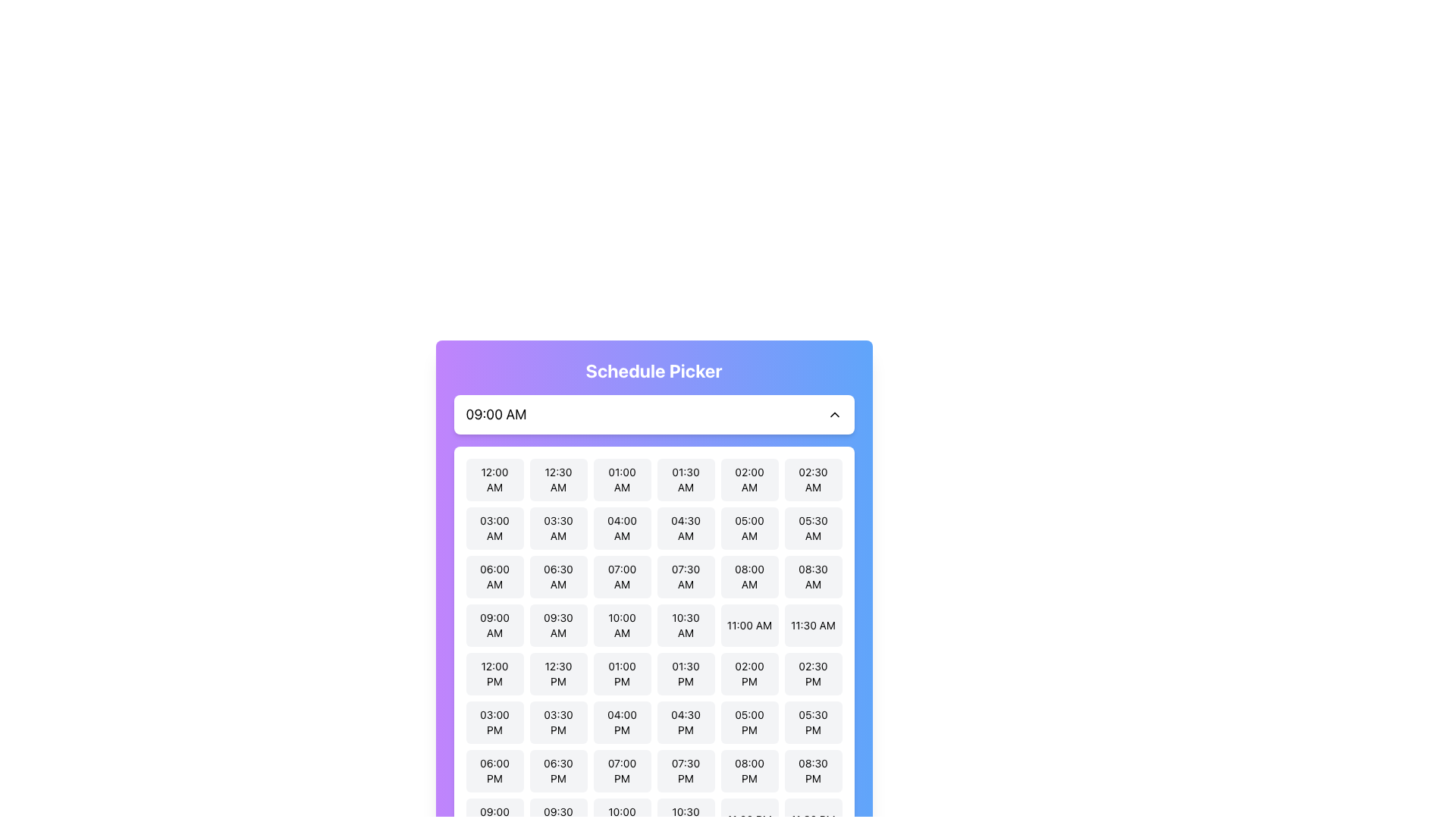 The height and width of the screenshot is (819, 1456). I want to click on the rectangular button displaying '11:00 AM' to trigger the hover effect, so click(749, 626).